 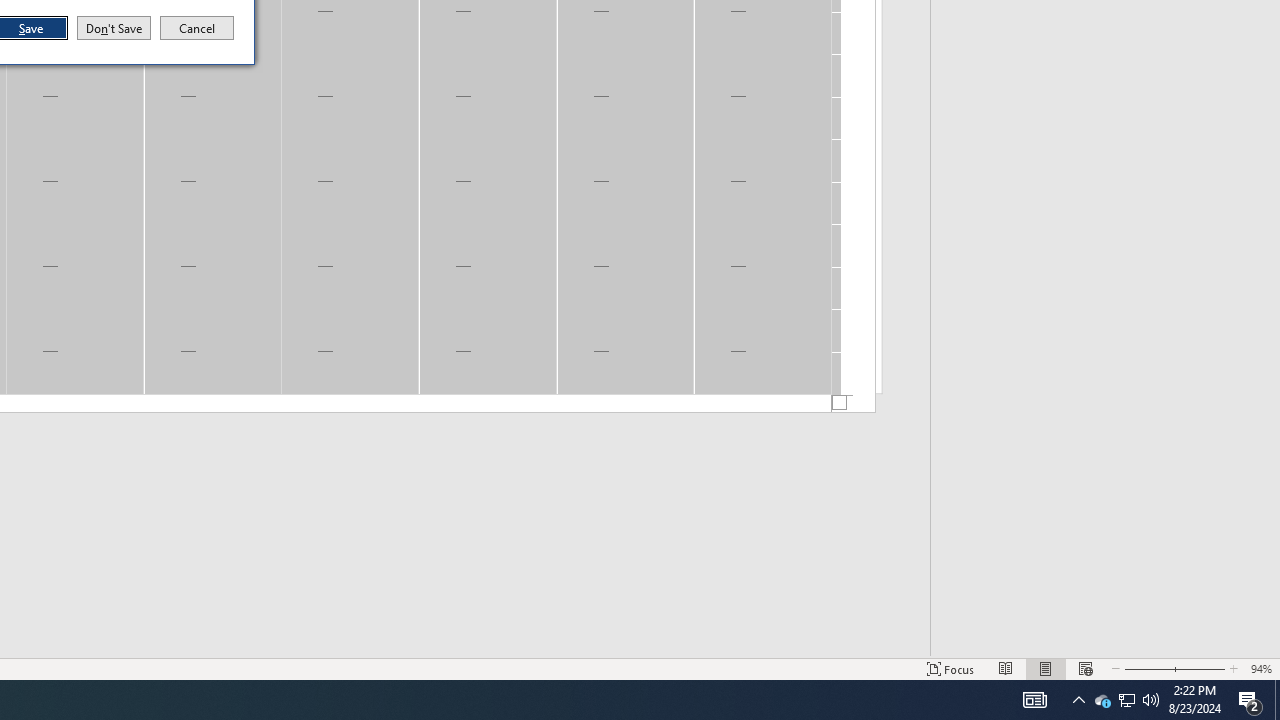 What do you see at coordinates (1147, 669) in the screenshot?
I see `'Zoom Out'` at bounding box center [1147, 669].